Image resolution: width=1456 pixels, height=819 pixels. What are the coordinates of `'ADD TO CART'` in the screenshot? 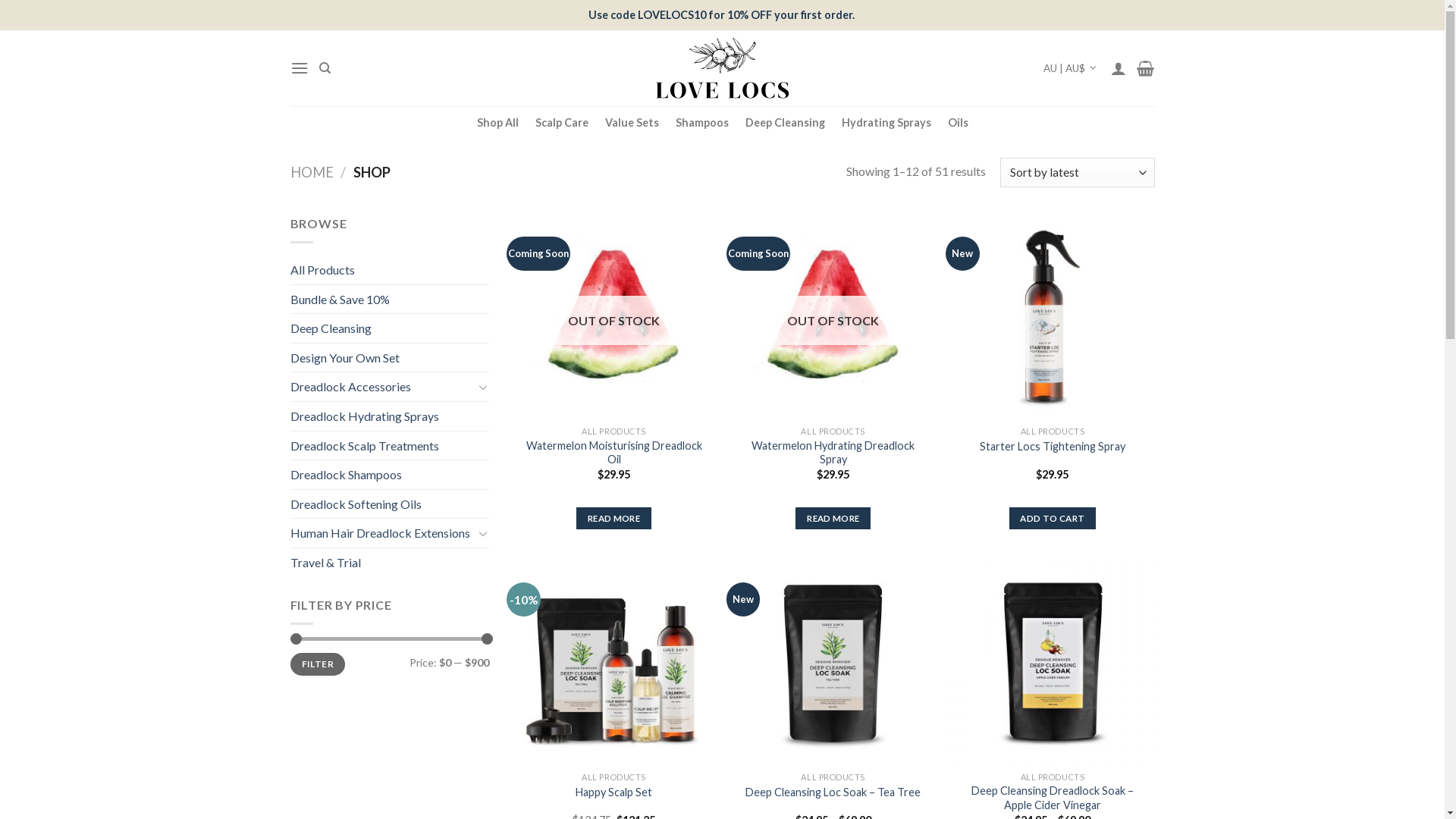 It's located at (1009, 517).